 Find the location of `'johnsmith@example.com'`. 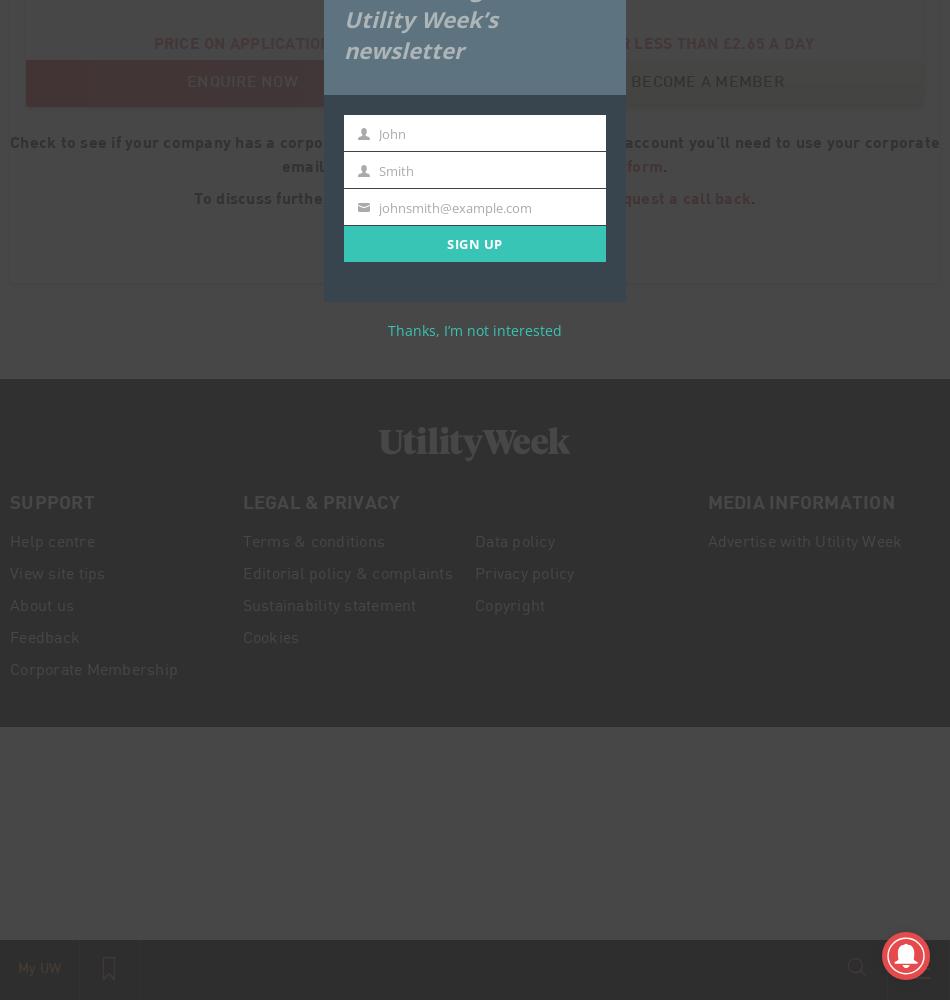

'johnsmith@example.com' is located at coordinates (377, 207).